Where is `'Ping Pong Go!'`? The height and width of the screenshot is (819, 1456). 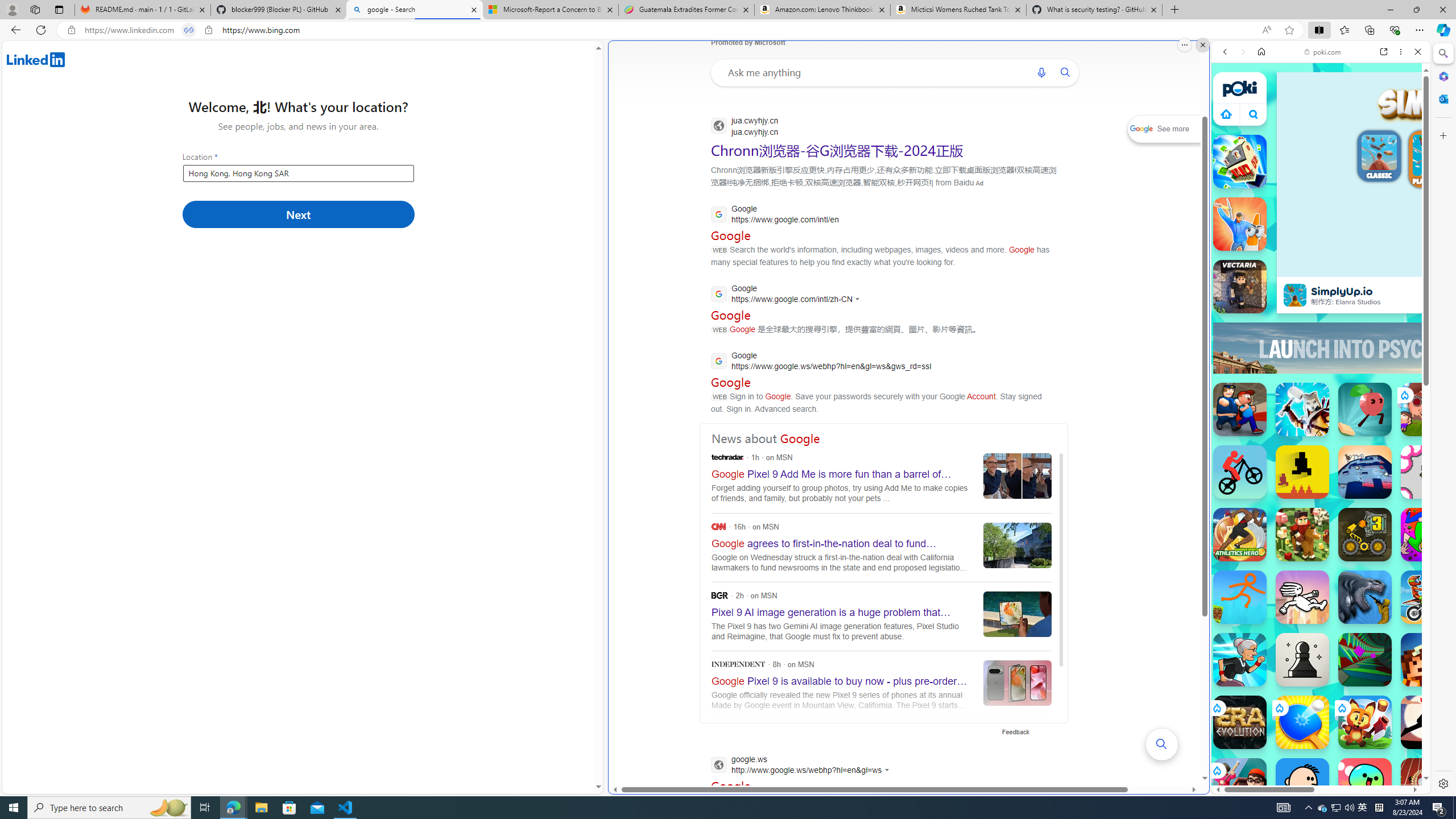
'Ping Pong Go!' is located at coordinates (1301, 722).